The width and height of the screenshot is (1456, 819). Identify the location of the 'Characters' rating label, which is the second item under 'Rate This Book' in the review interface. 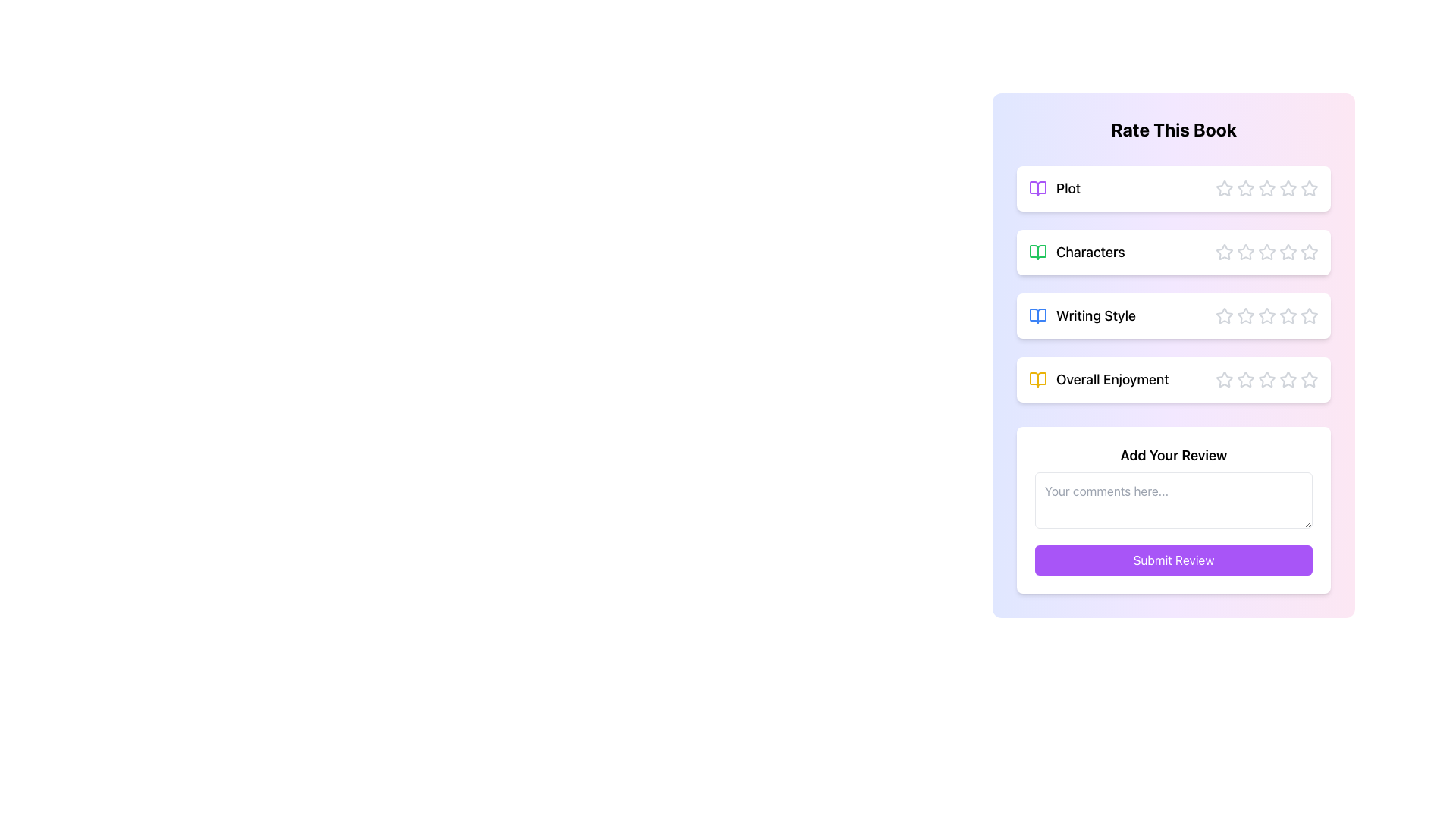
(1076, 251).